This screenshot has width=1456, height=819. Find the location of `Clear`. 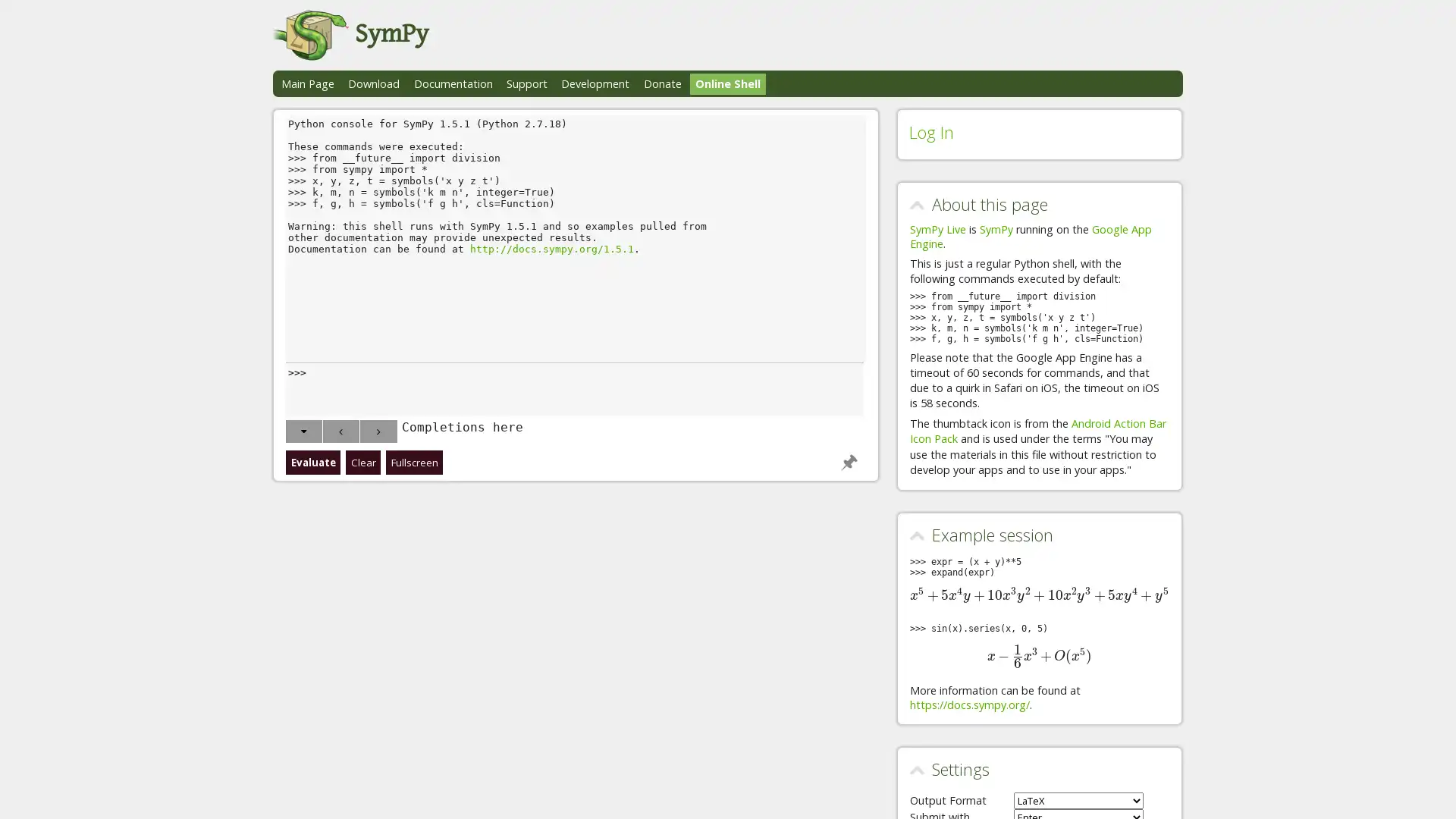

Clear is located at coordinates (362, 461).